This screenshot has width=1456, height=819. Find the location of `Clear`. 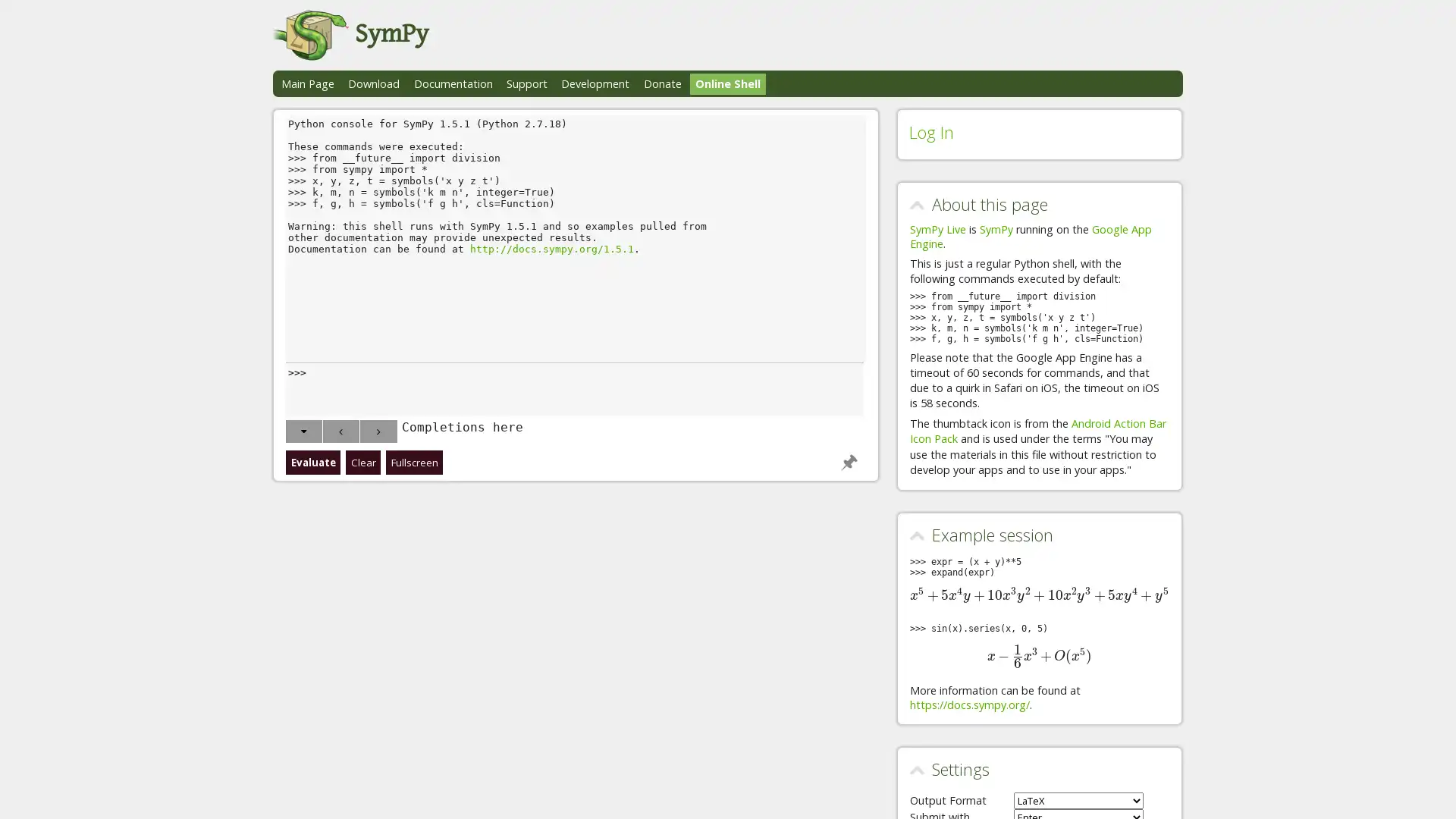

Clear is located at coordinates (362, 461).